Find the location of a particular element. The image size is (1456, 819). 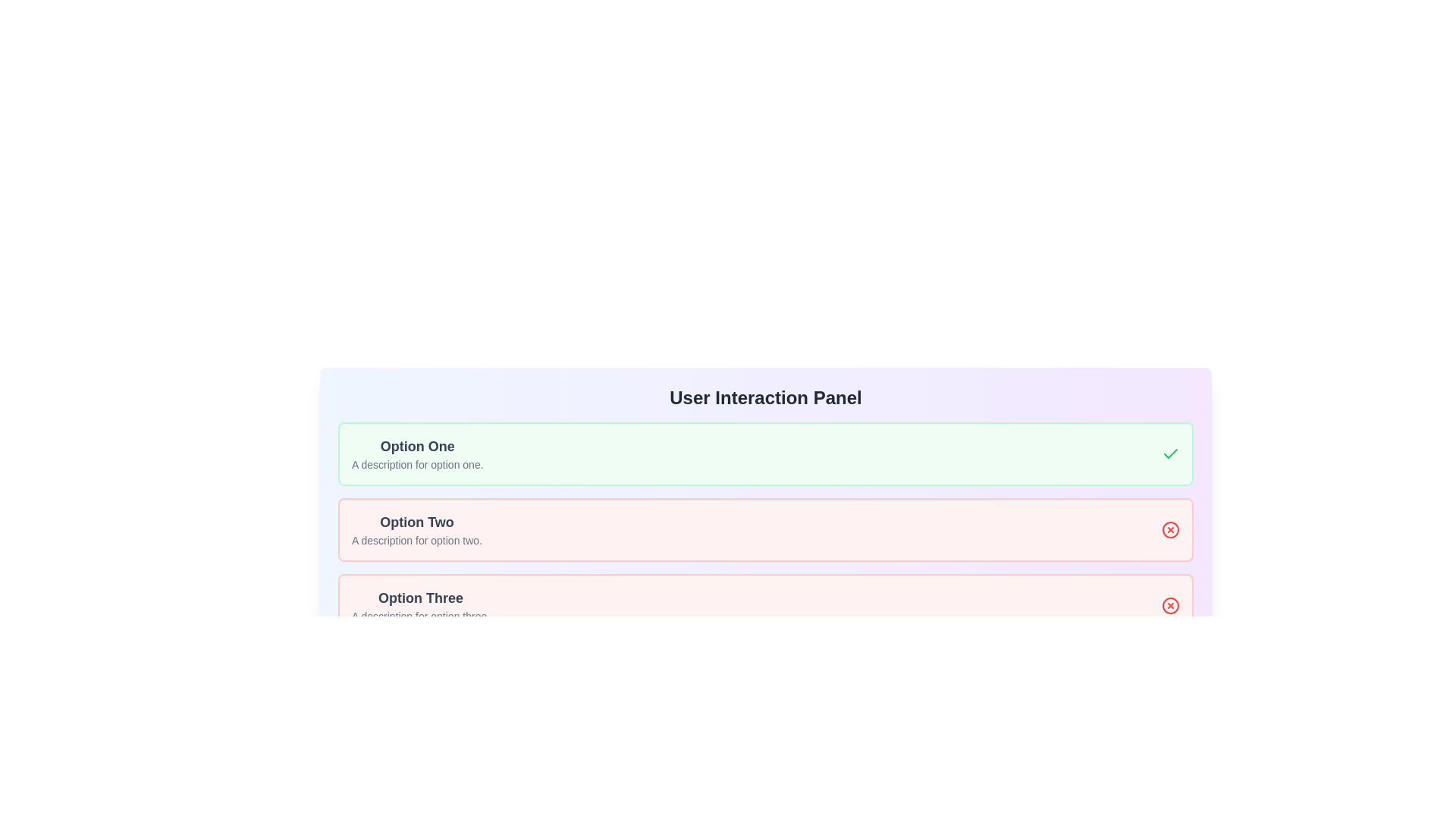

displayed text from the Text block that says 'Option Two' in bold gray font and its description in lighter gray is located at coordinates (417, 529).